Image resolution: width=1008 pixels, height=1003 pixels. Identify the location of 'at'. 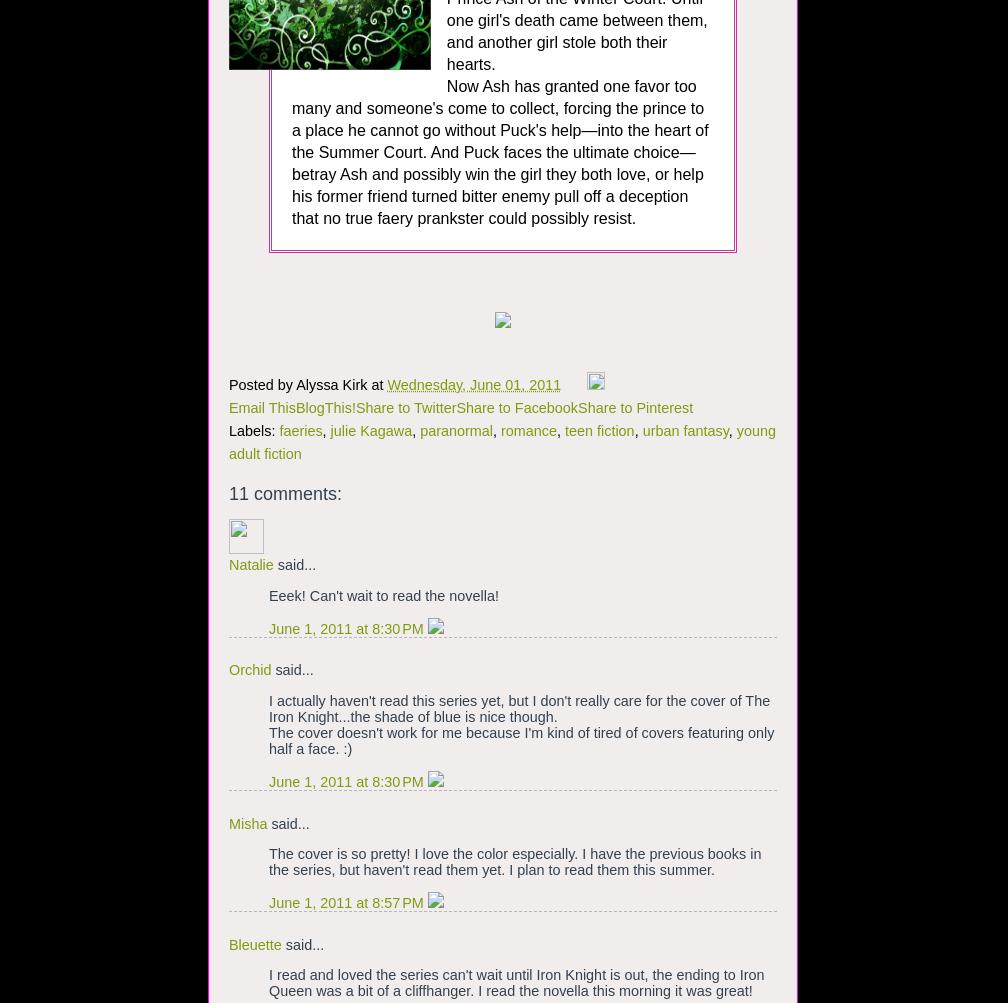
(379, 383).